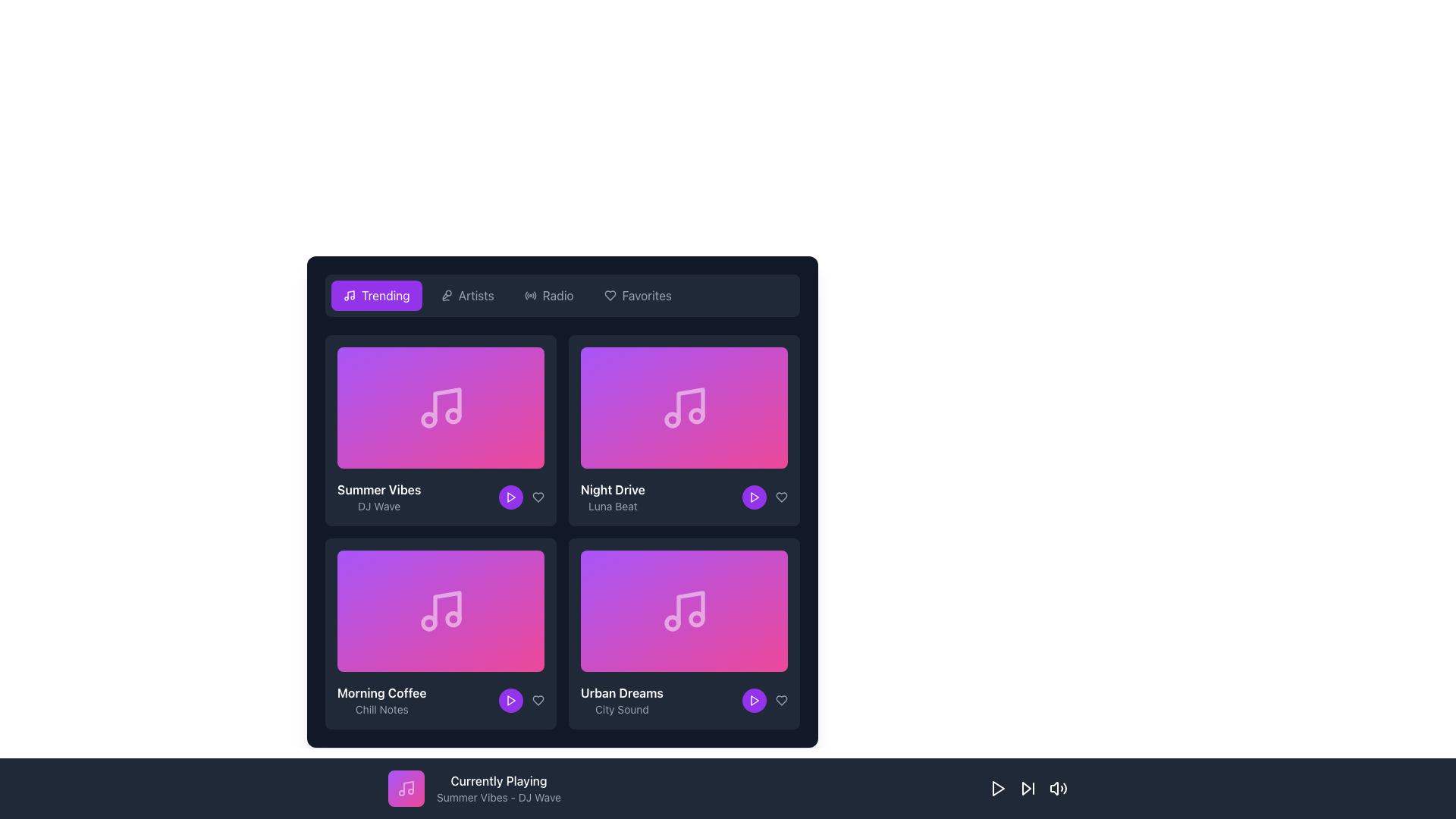  Describe the element at coordinates (754, 701) in the screenshot. I see `the circular purple 'Play' button with a white triangular icon located in the bottom-right corner of the 'Urban Dreams' card to play the media` at that location.